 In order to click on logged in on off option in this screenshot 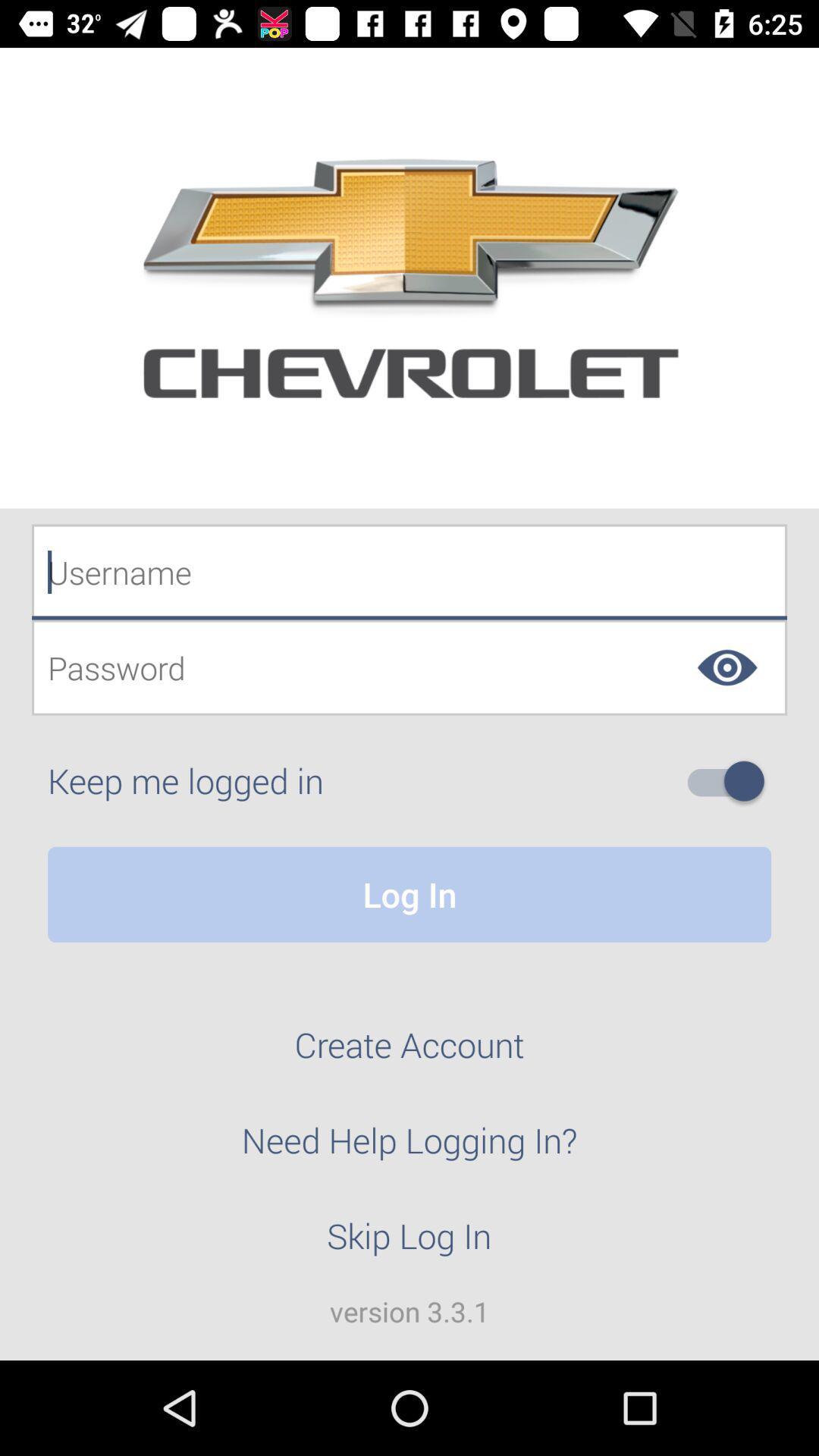, I will do `click(731, 781)`.